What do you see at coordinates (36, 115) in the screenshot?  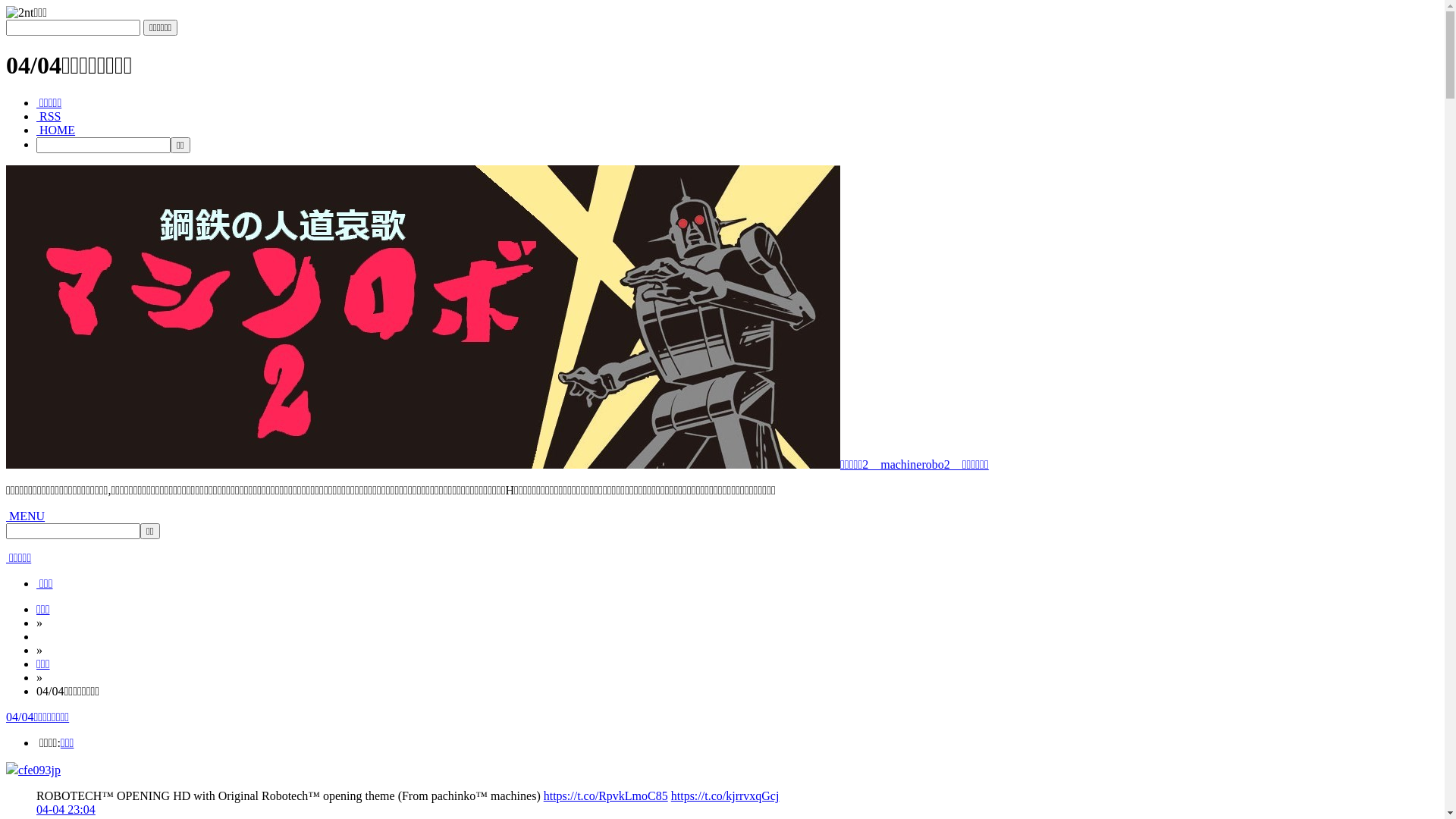 I see `' RSS'` at bounding box center [36, 115].